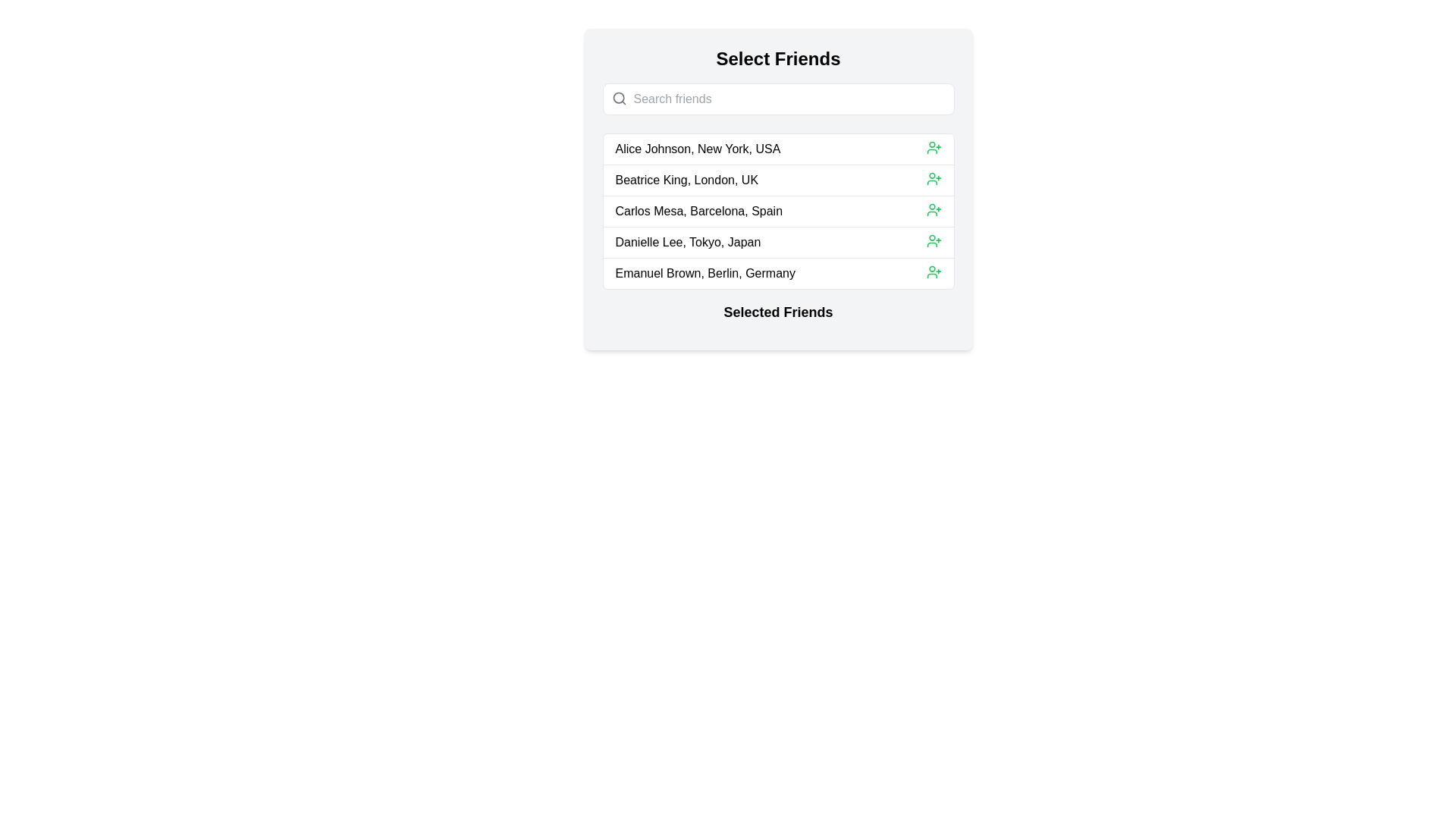 The width and height of the screenshot is (1456, 819). I want to click on the green person icon with a '+' sign located to the right of 'Emanuel Brown, Berlin, Germany' in the fifth row of the list to initiate the add user action, so click(933, 271).